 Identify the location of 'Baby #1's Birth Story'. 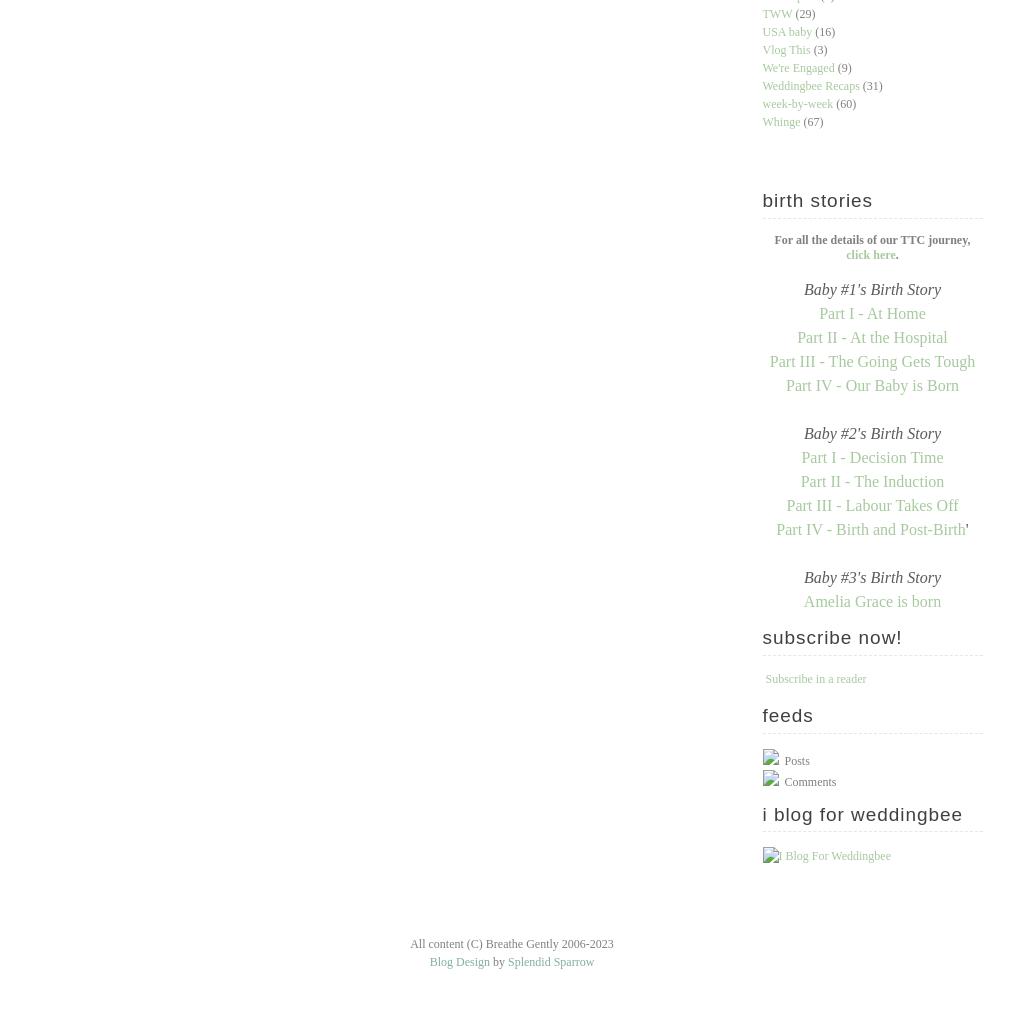
(803, 288).